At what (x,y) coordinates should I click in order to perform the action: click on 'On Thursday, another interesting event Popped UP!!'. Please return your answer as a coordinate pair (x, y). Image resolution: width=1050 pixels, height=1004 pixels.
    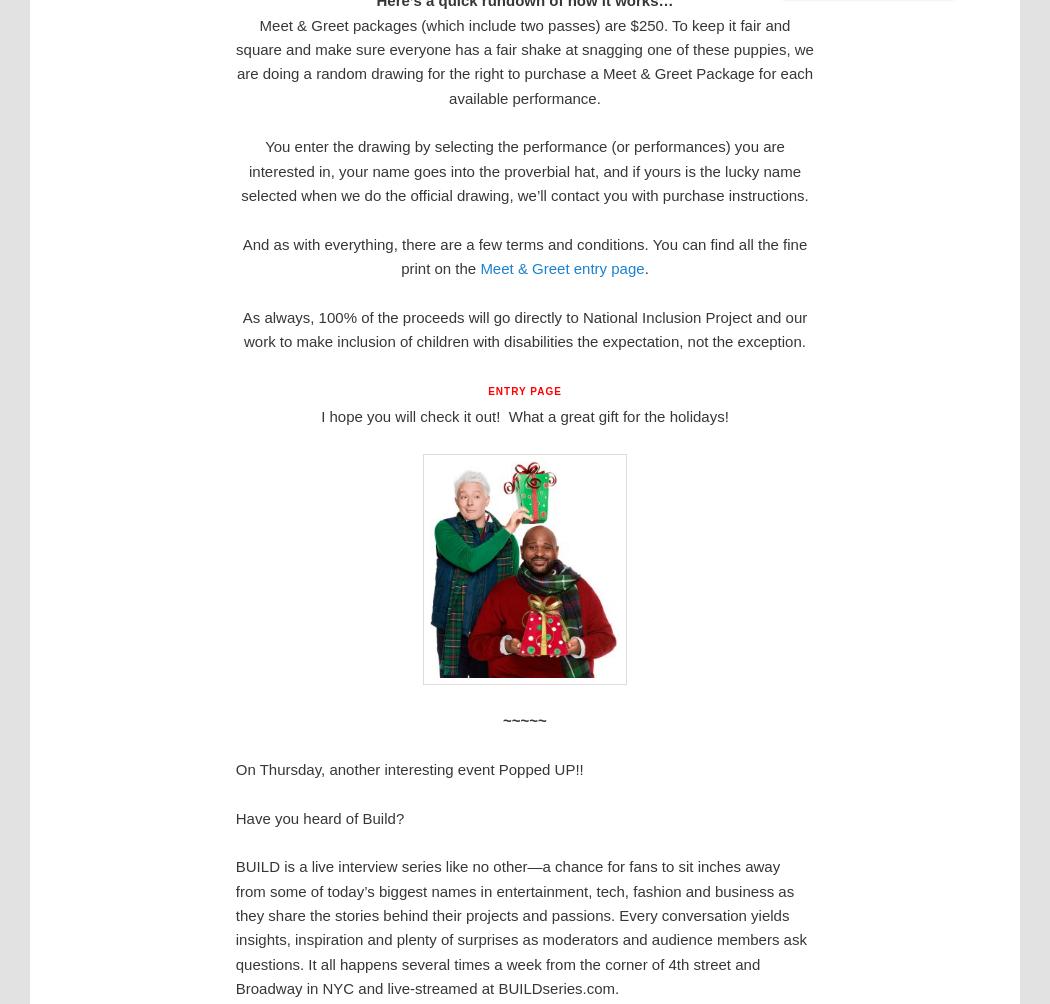
    Looking at the image, I should click on (408, 768).